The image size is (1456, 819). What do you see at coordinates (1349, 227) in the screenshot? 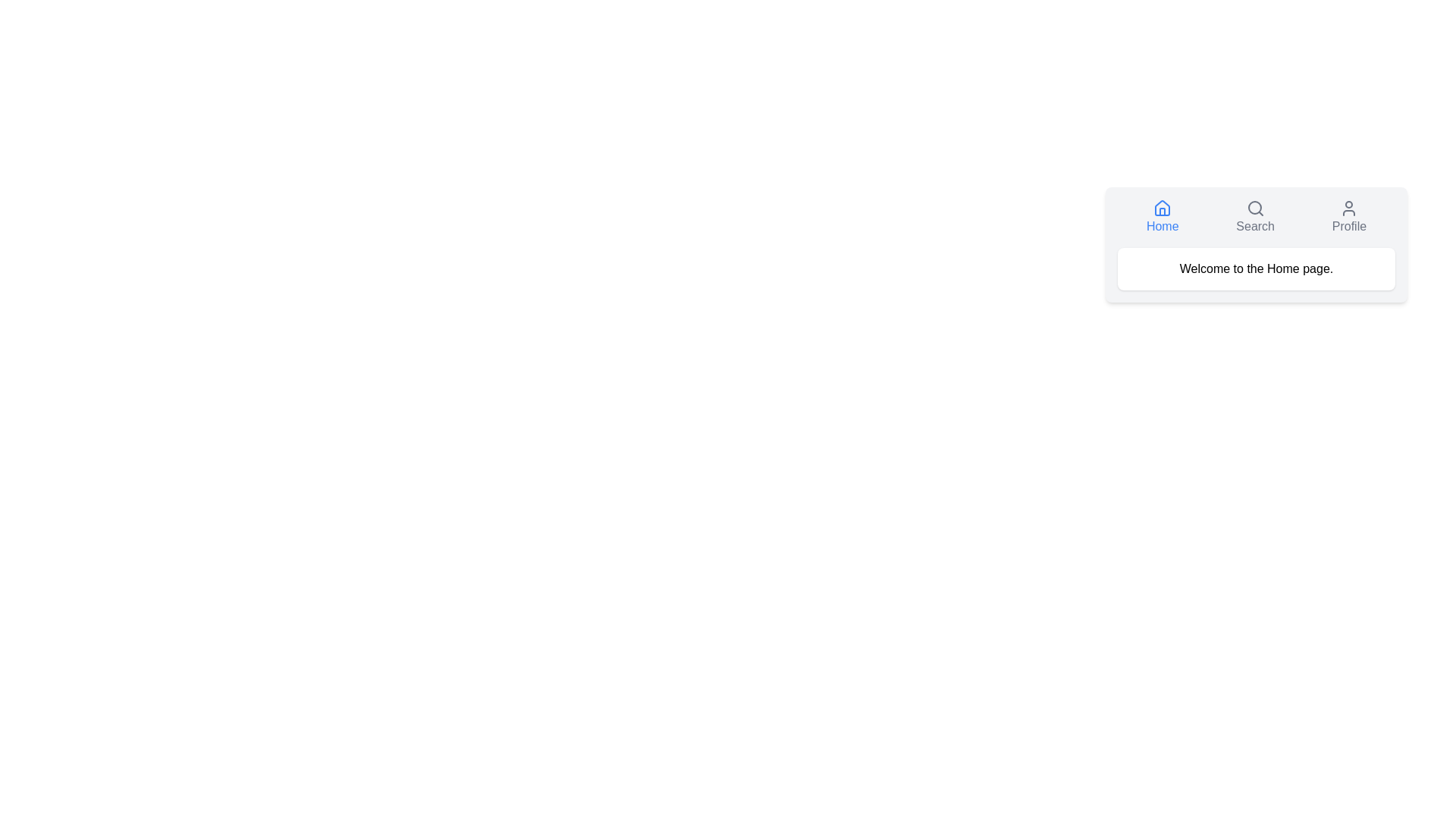
I see `'Profile' text label, which is a muted gray color positioned beneath a user profile icon in the far-right section of the top navigation bar` at bounding box center [1349, 227].